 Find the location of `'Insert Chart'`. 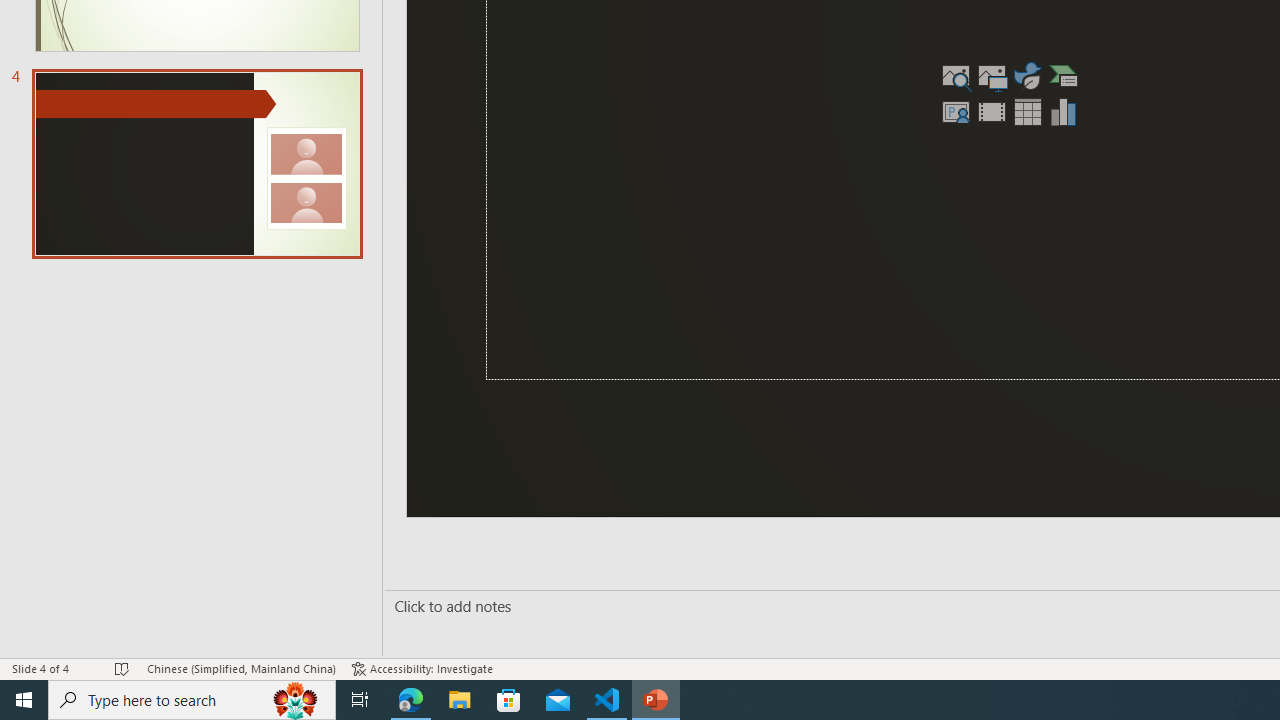

'Insert Chart' is located at coordinates (1063, 111).